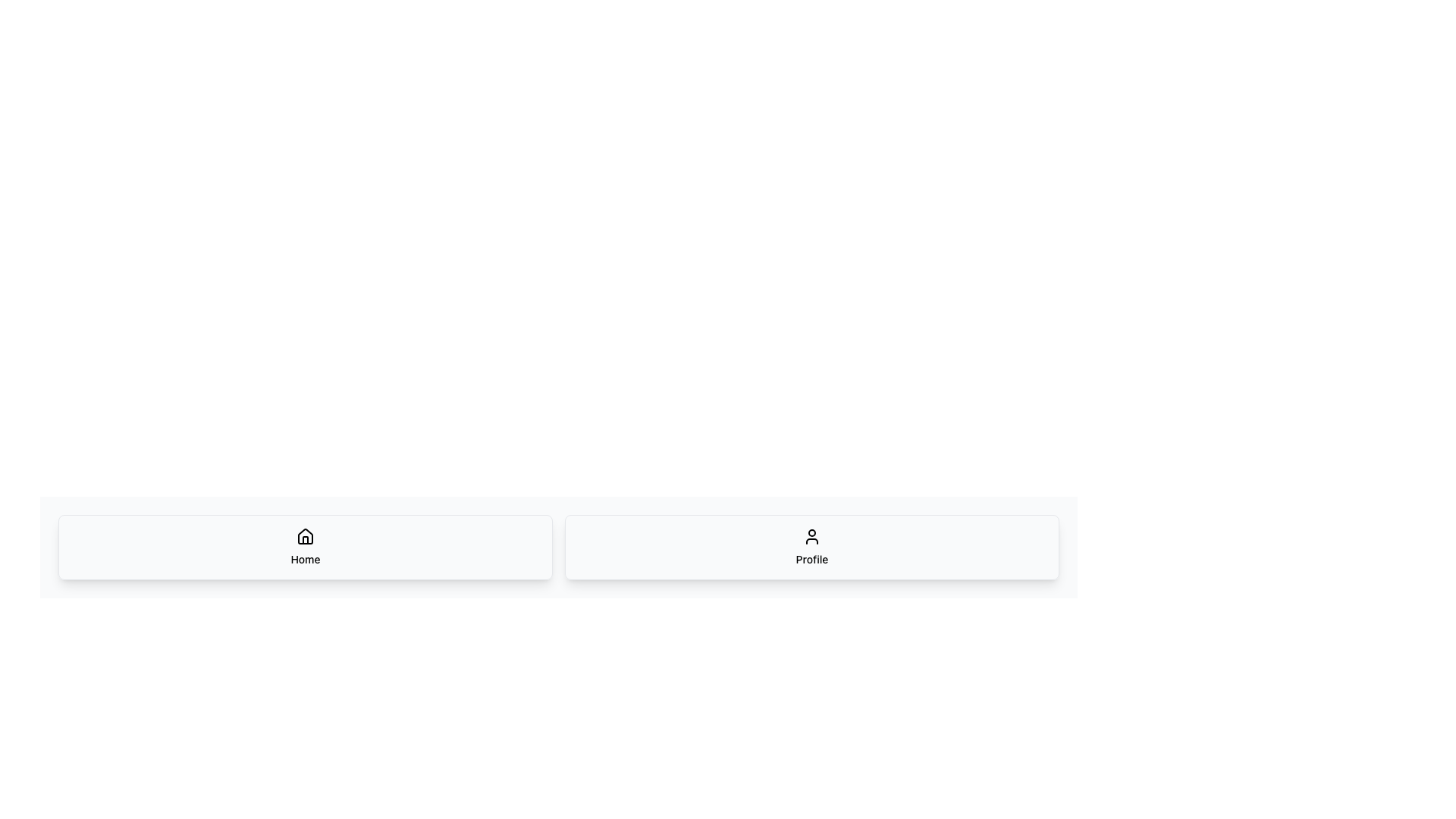  What do you see at coordinates (305, 547) in the screenshot?
I see `the 'Home' interactive button, which is the leftmost item in the bottom grid, redirecting users to the home page or main dashboard` at bounding box center [305, 547].